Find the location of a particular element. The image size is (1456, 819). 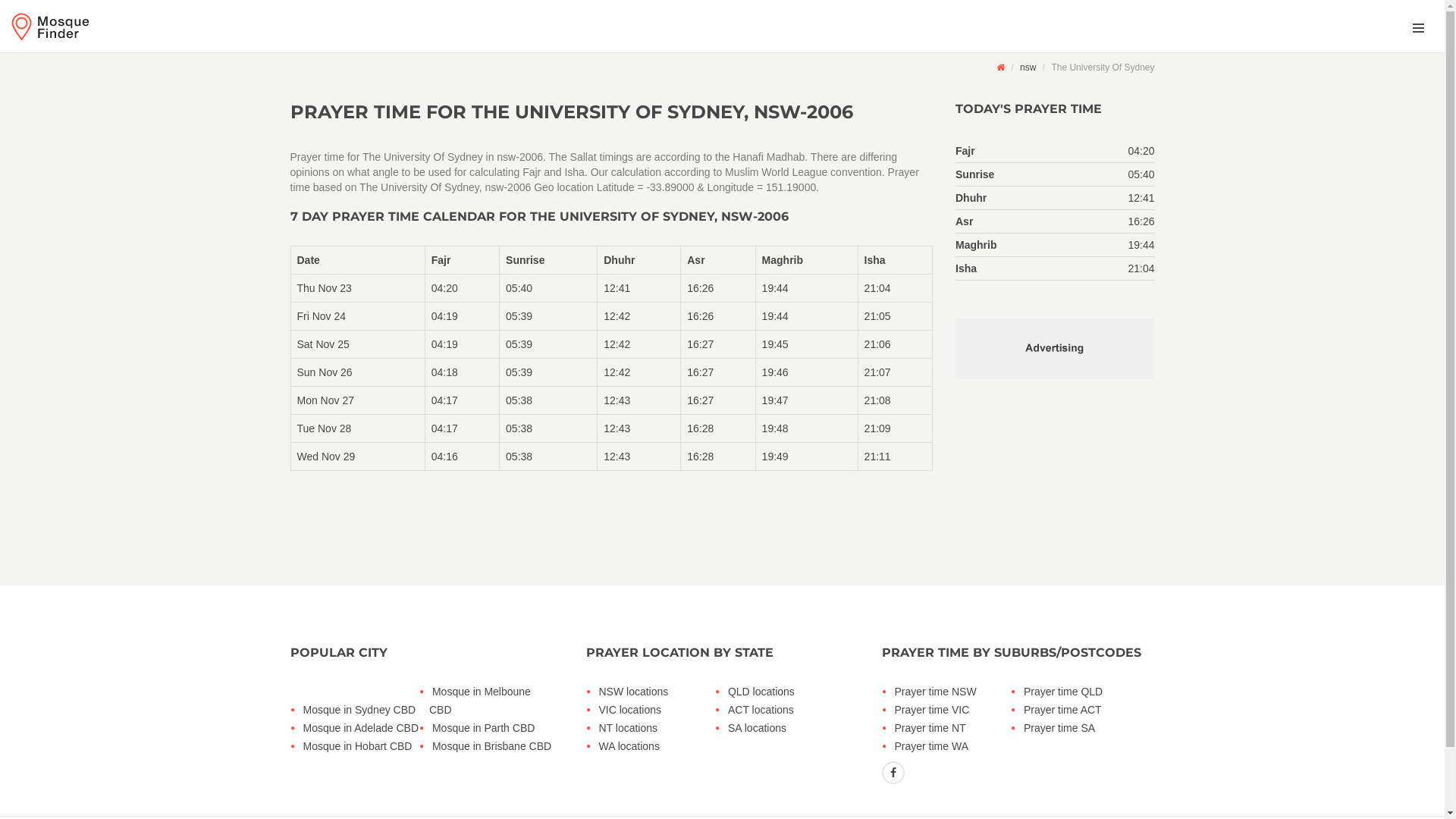

'WA locations' is located at coordinates (659, 745).